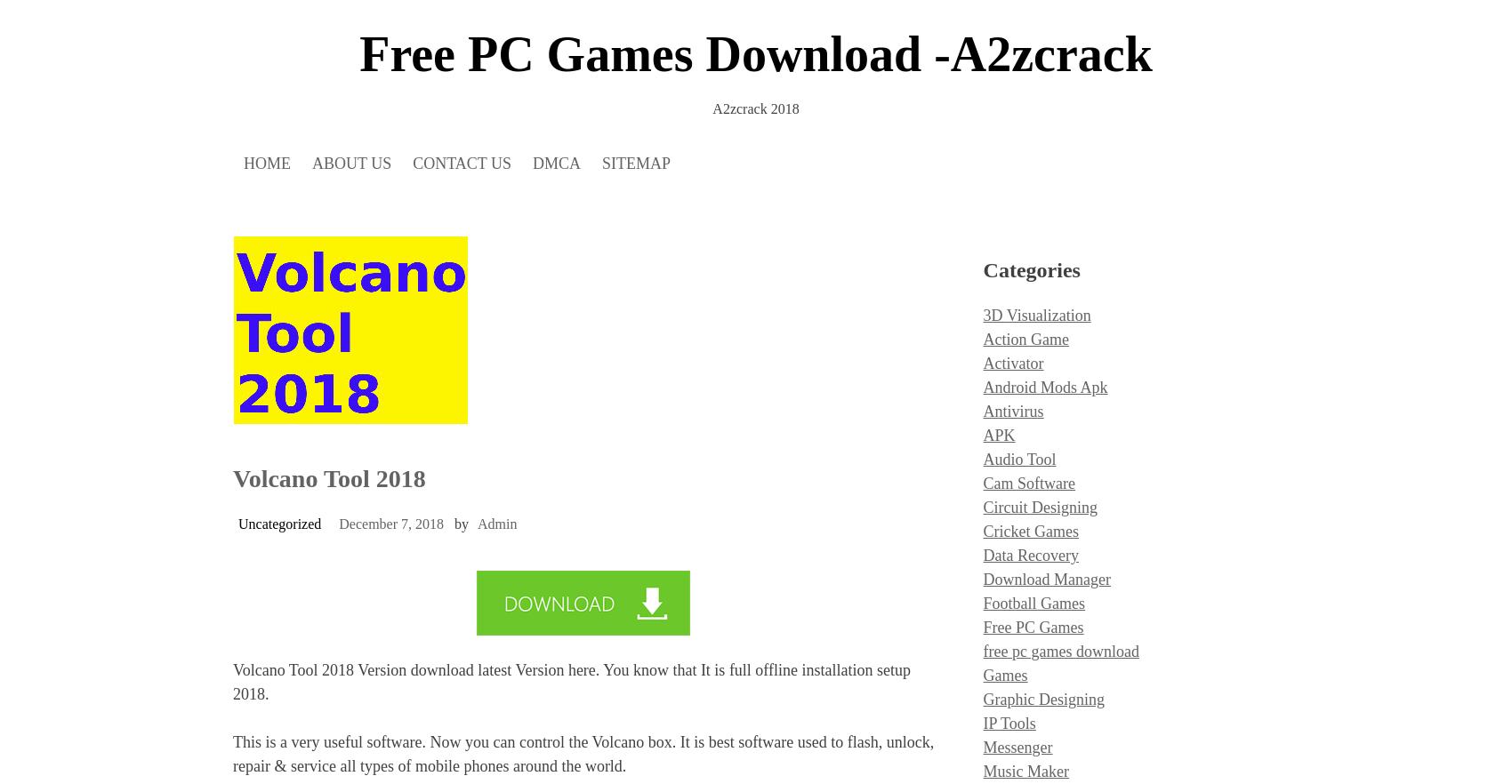 The width and height of the screenshot is (1512, 784). What do you see at coordinates (403, 220) in the screenshot?
I see `'Used for flashing firmware'` at bounding box center [403, 220].